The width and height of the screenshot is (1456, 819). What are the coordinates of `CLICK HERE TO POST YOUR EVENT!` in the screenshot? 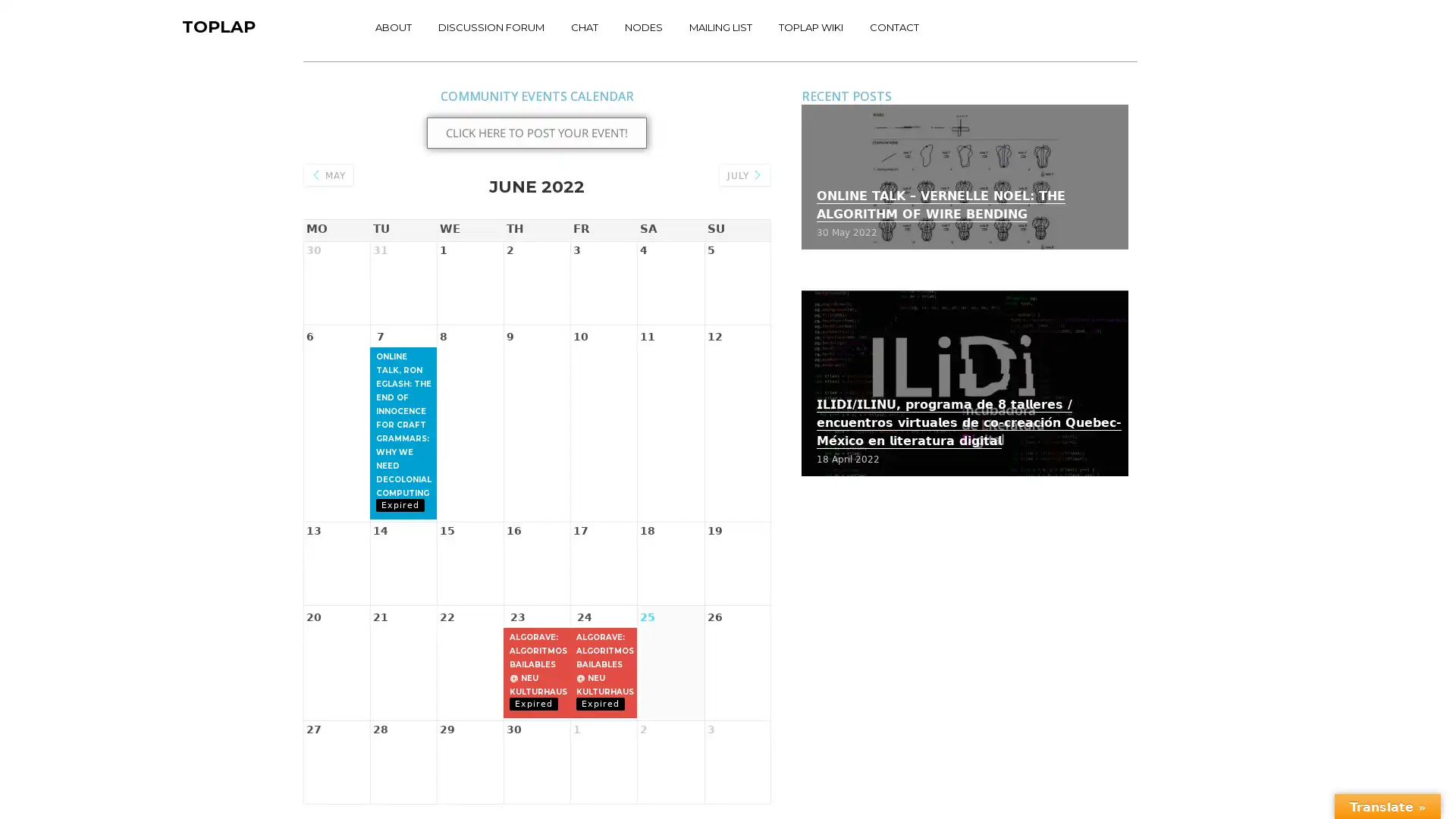 It's located at (537, 132).